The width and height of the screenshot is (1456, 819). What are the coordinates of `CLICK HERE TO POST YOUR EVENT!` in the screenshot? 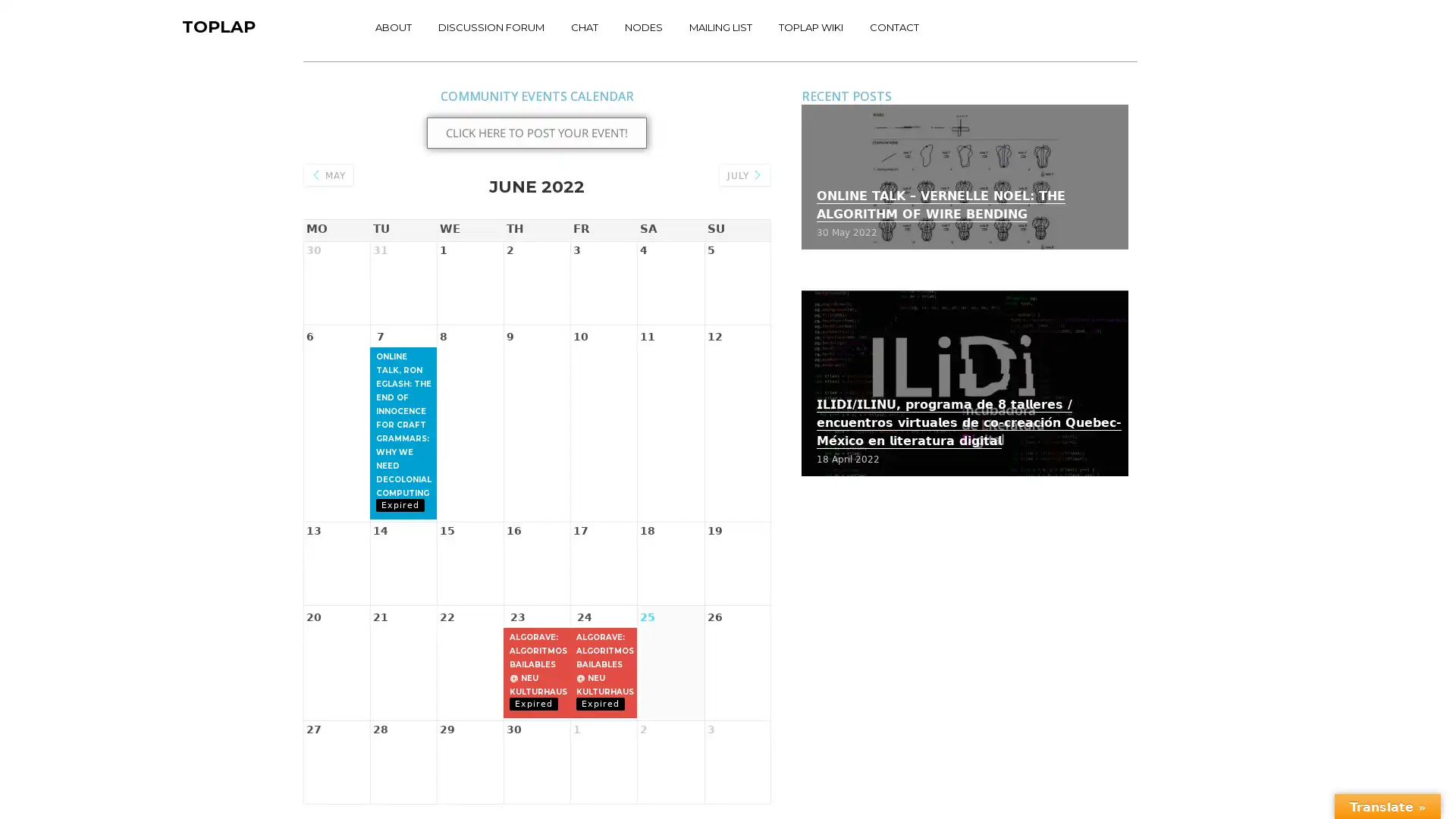 It's located at (537, 132).